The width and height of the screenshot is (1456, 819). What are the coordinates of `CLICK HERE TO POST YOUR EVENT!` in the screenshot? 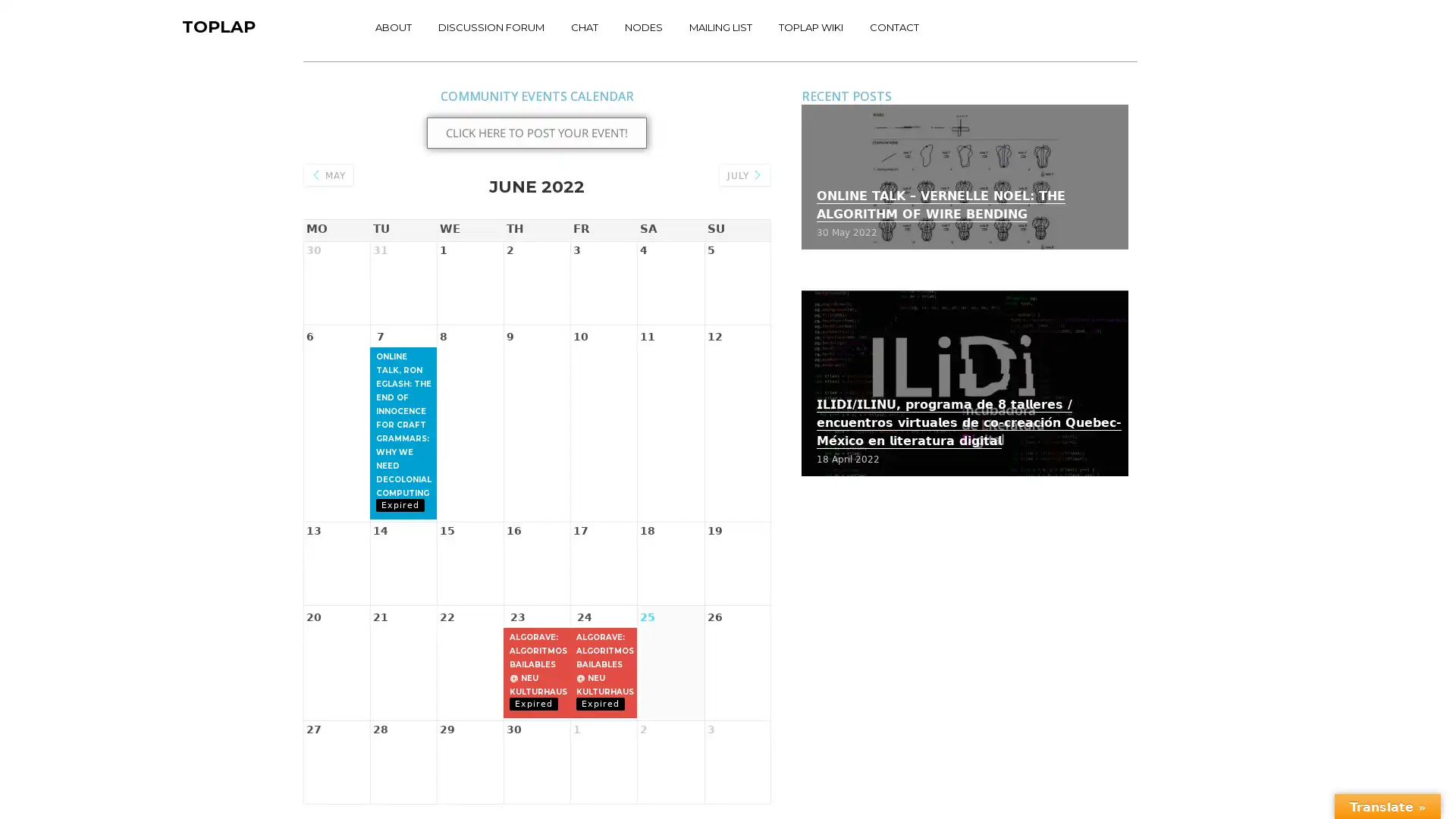 It's located at (537, 132).